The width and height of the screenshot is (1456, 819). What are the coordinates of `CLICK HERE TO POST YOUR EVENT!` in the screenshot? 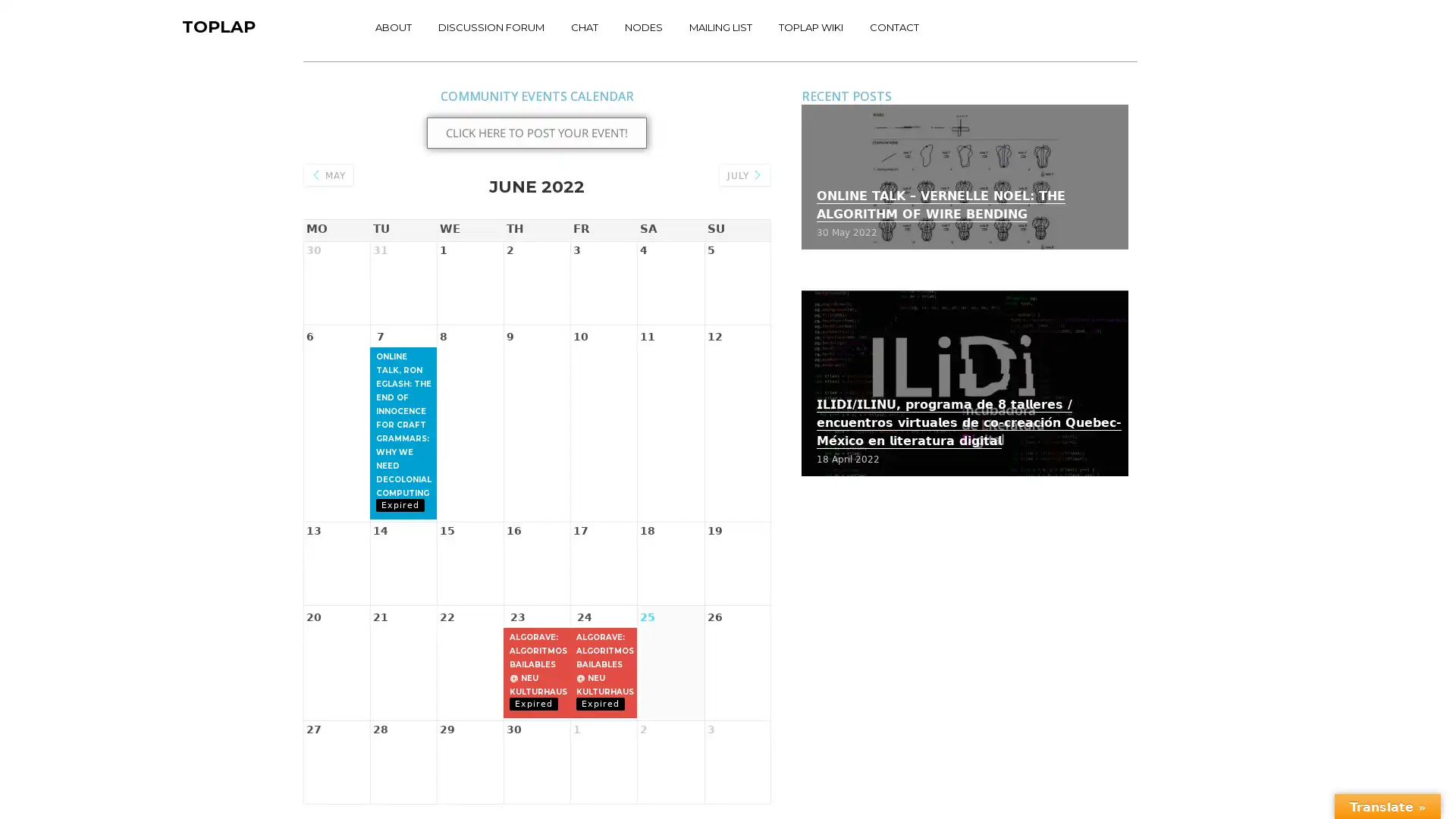 It's located at (537, 132).